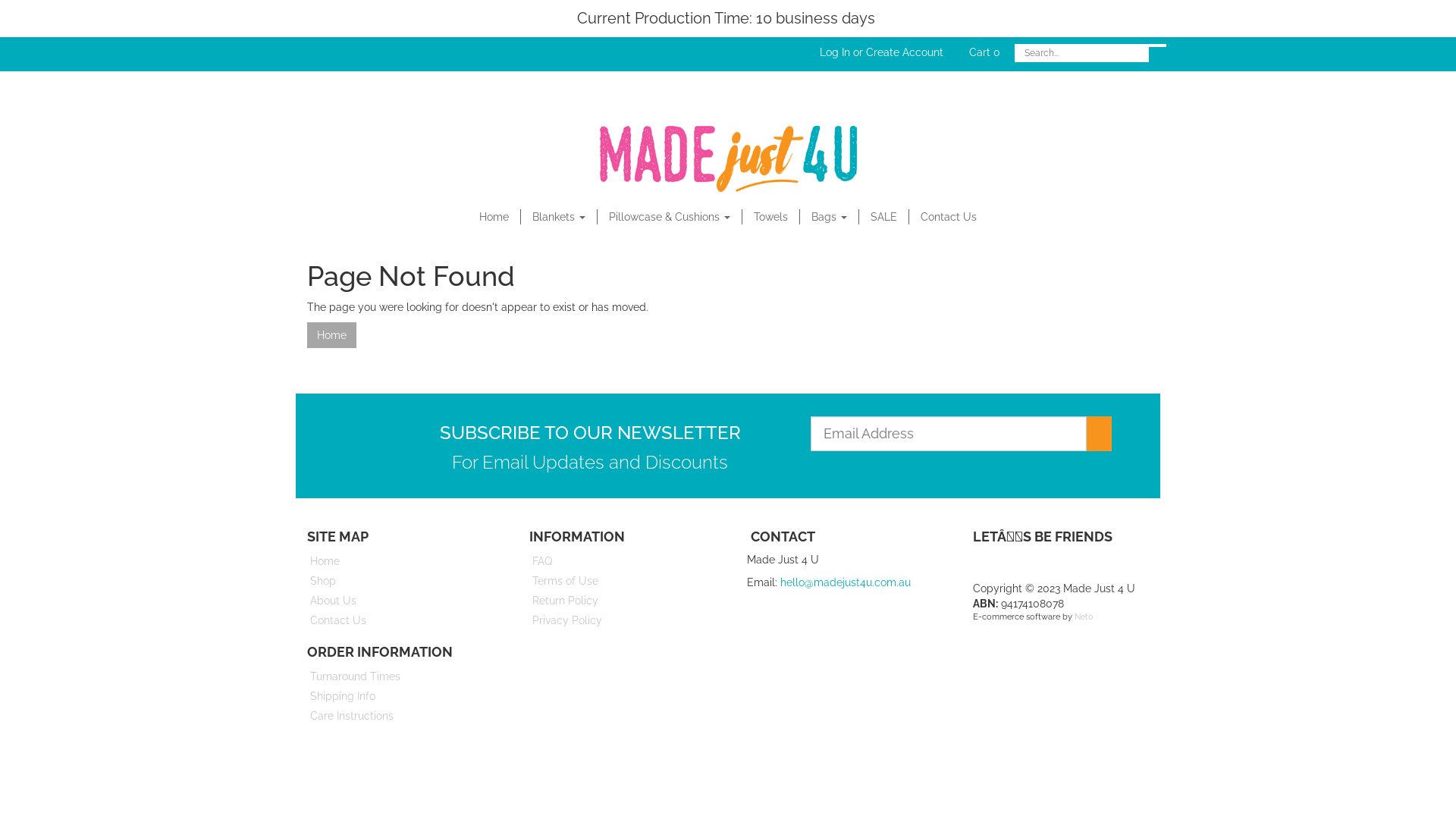 This screenshot has width=1456, height=819. I want to click on 'Log In or Create Account', so click(881, 52).